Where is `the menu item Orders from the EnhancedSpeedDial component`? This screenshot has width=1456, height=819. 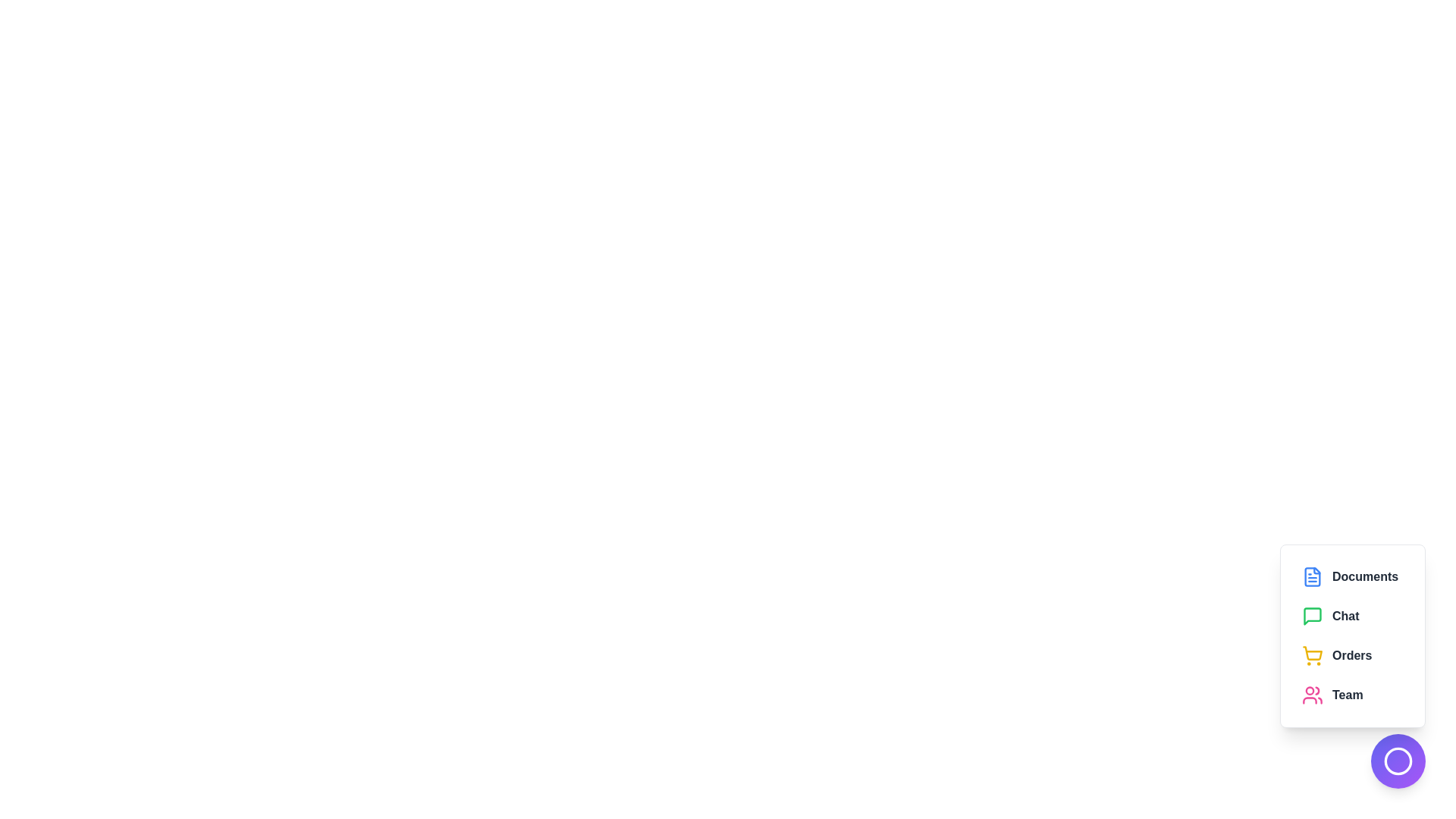
the menu item Orders from the EnhancedSpeedDial component is located at coordinates (1353, 654).